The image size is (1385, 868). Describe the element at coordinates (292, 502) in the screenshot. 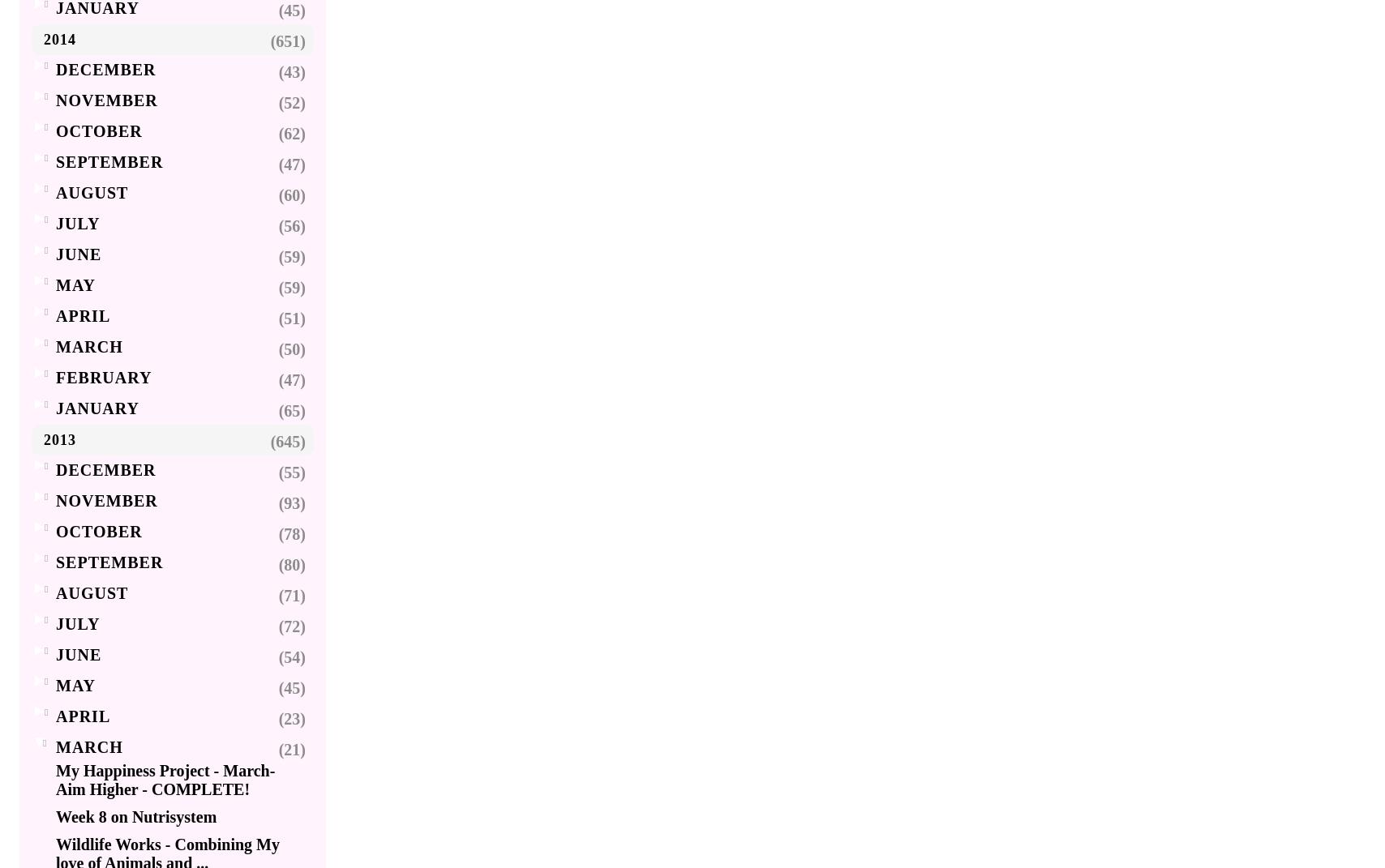

I see `'(93)'` at that location.